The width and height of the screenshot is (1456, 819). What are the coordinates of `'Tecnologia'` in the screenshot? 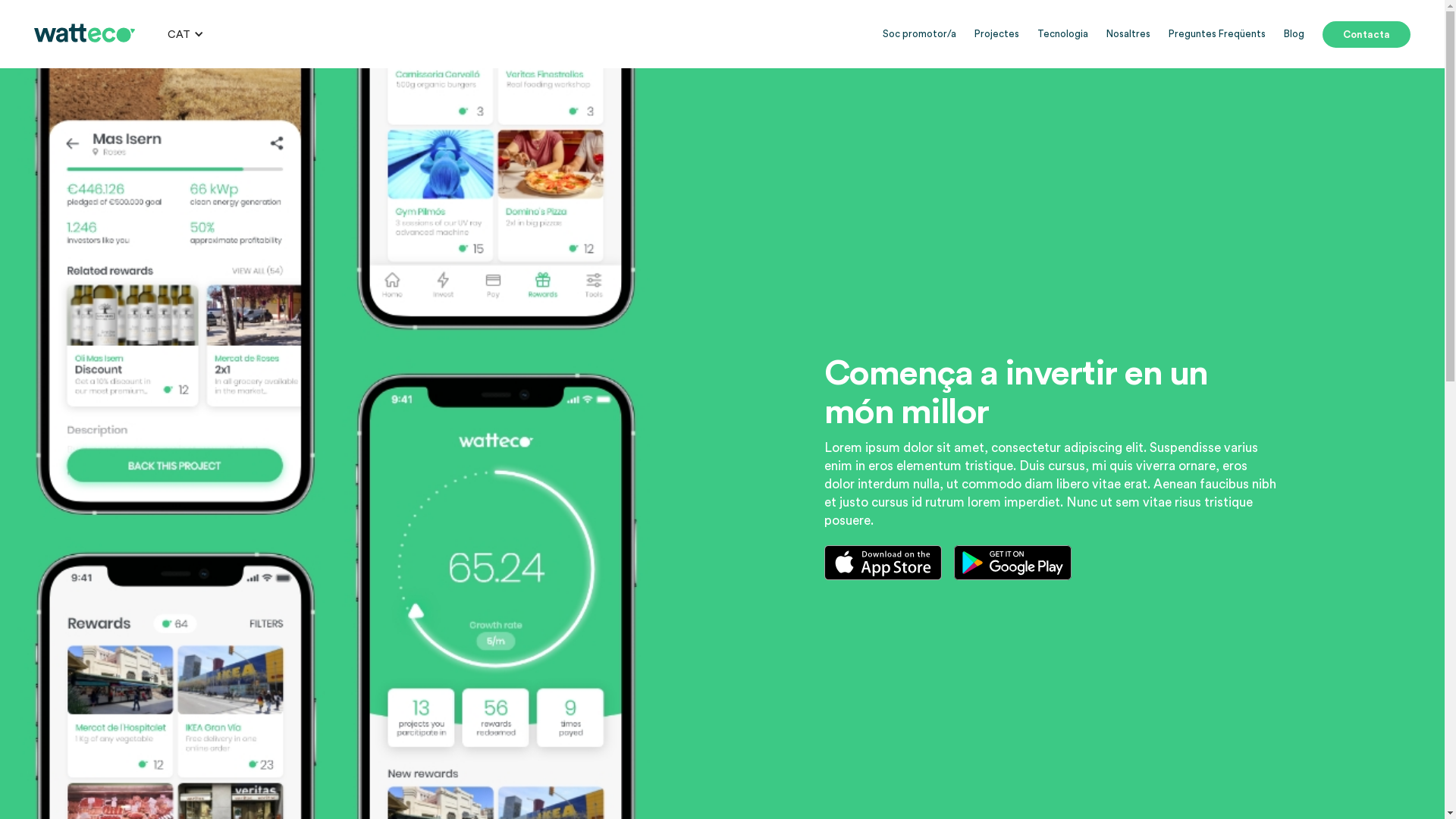 It's located at (1062, 34).